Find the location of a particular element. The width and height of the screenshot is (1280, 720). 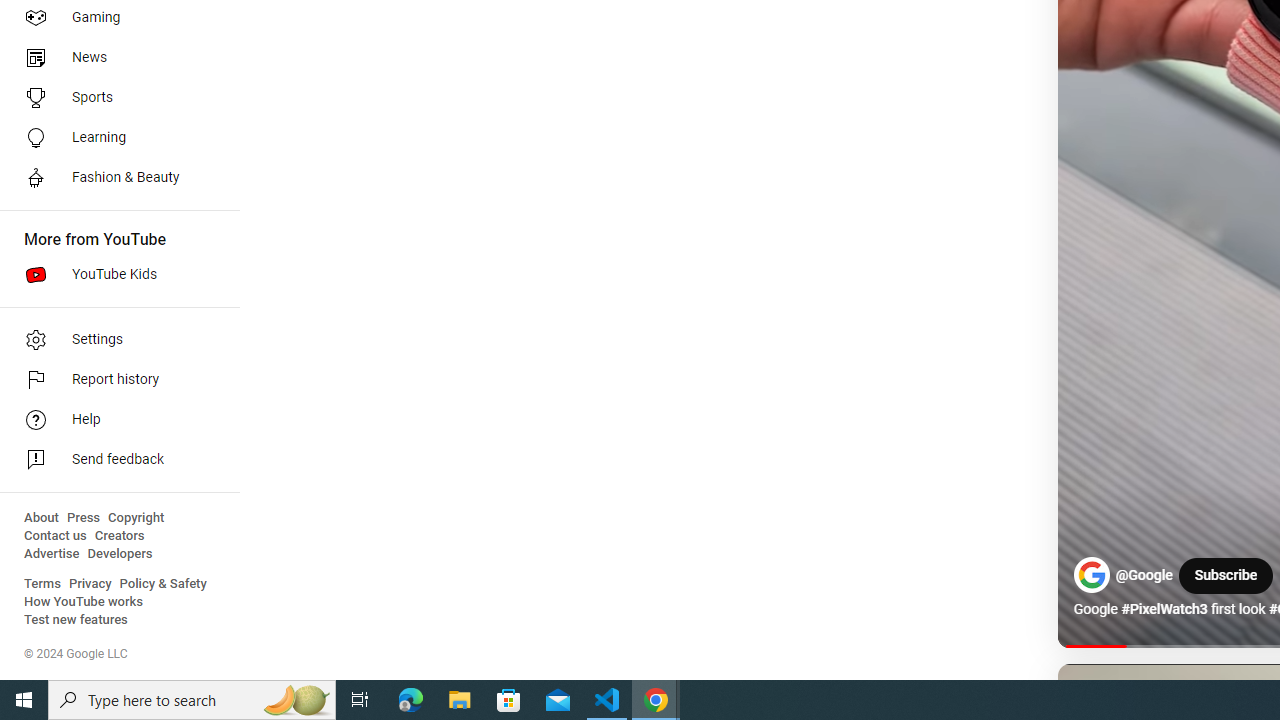

'Creators' is located at coordinates (118, 535).